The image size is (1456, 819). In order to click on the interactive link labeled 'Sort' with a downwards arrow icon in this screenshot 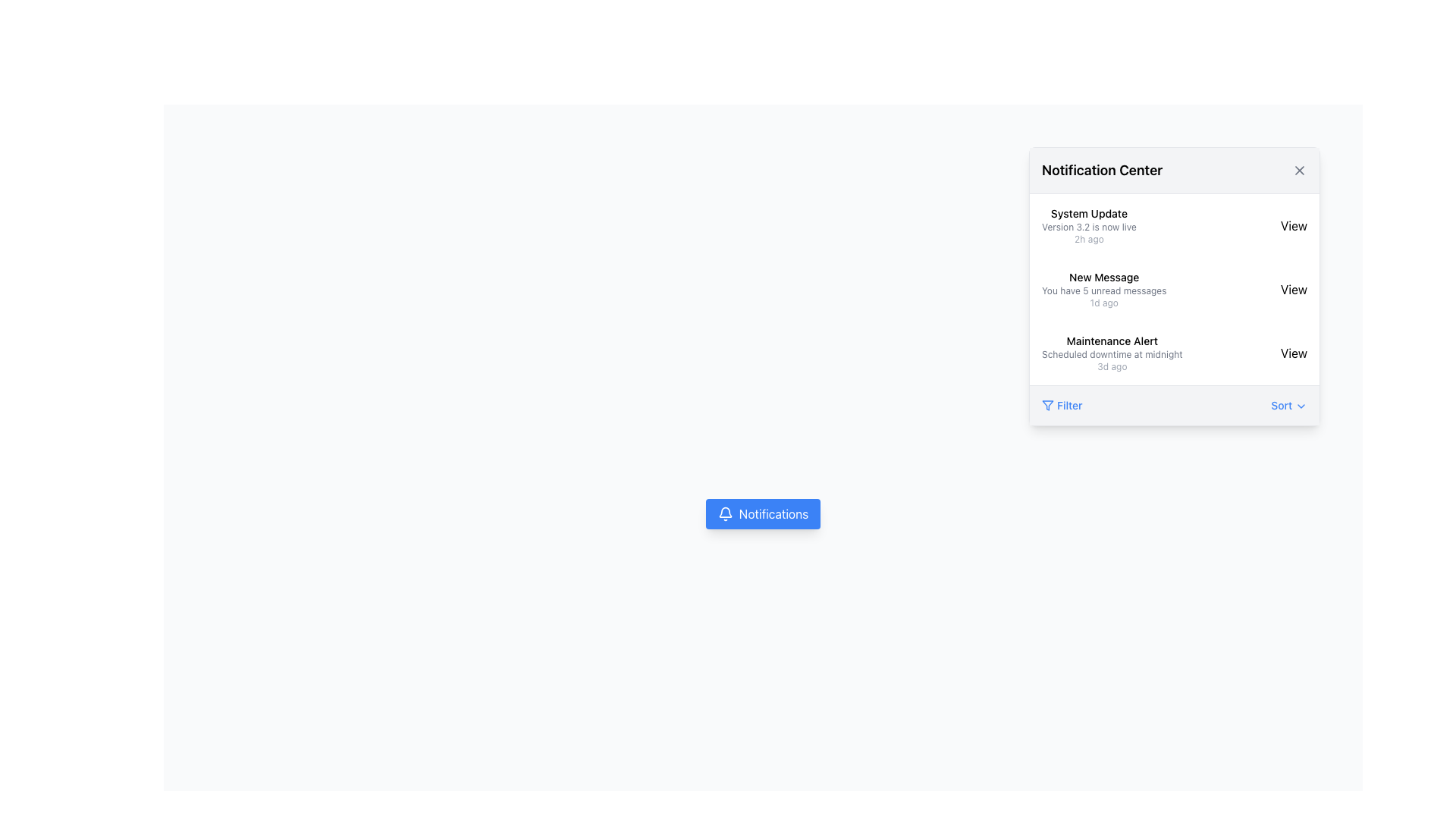, I will do `click(1288, 405)`.